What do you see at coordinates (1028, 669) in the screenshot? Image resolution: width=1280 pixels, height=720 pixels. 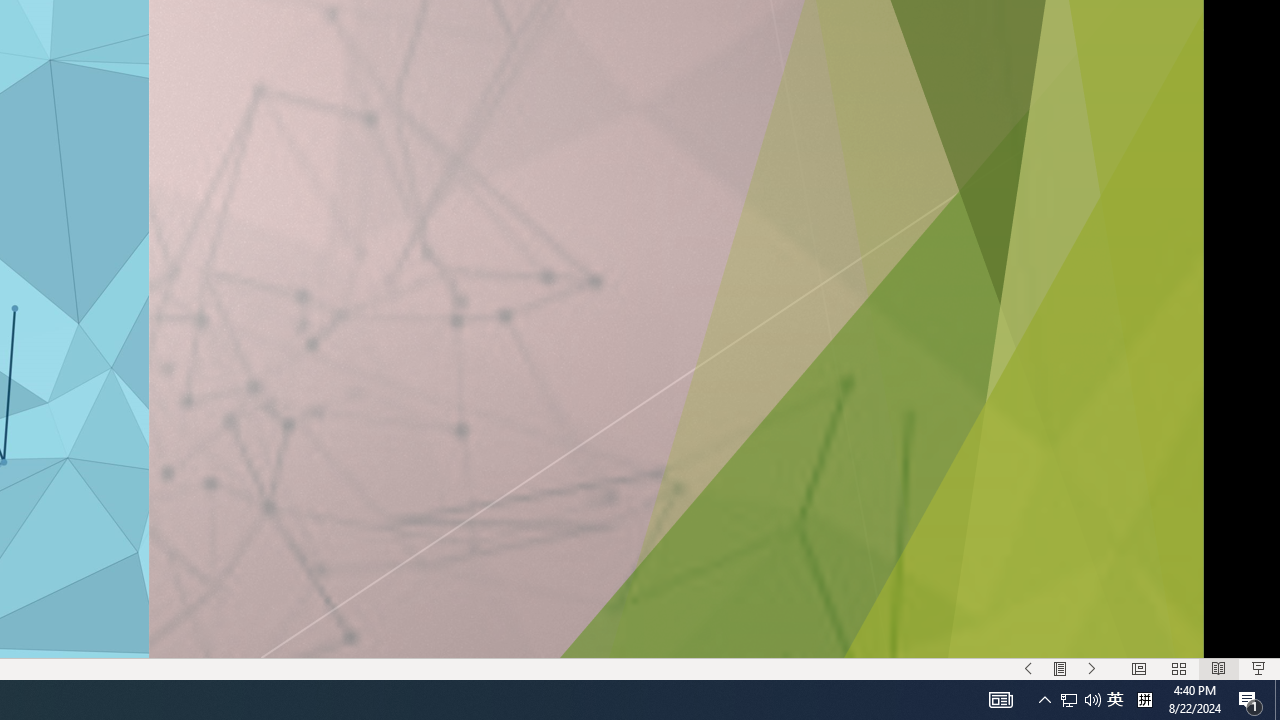 I see `'Slide Show Previous On'` at bounding box center [1028, 669].